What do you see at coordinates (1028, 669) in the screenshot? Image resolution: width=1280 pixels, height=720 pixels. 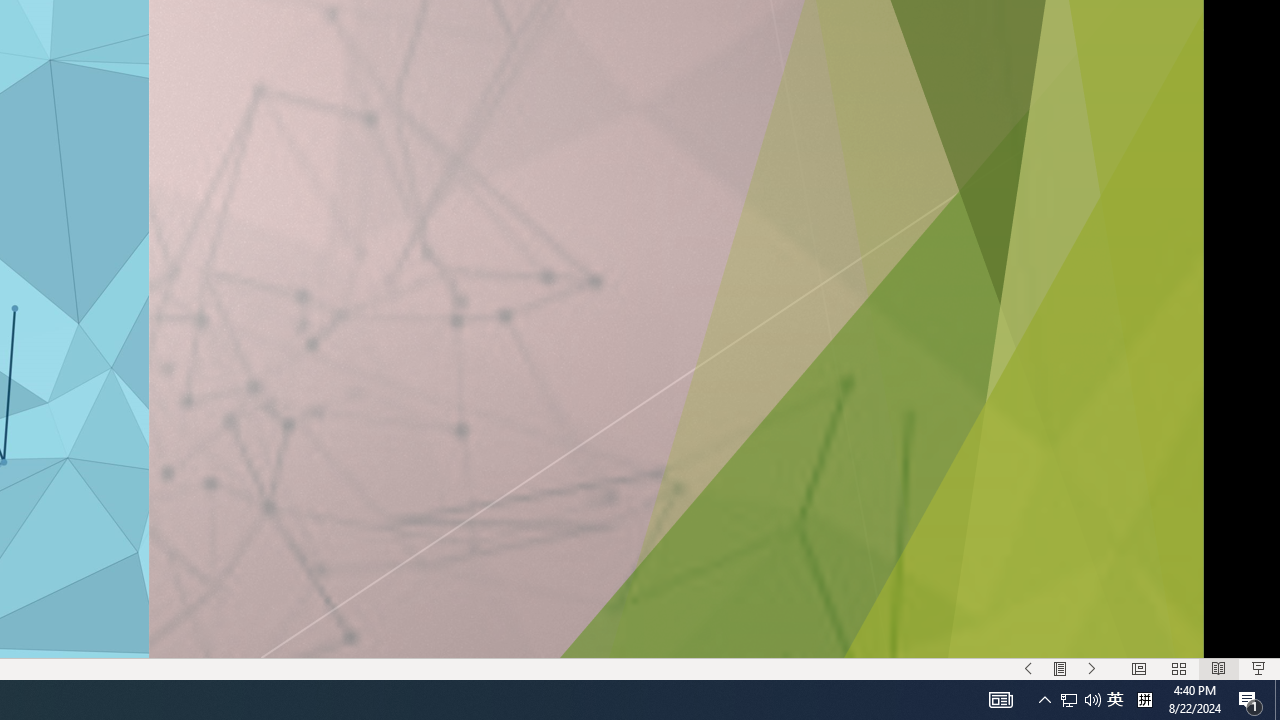 I see `'Slide Show Previous On'` at bounding box center [1028, 669].